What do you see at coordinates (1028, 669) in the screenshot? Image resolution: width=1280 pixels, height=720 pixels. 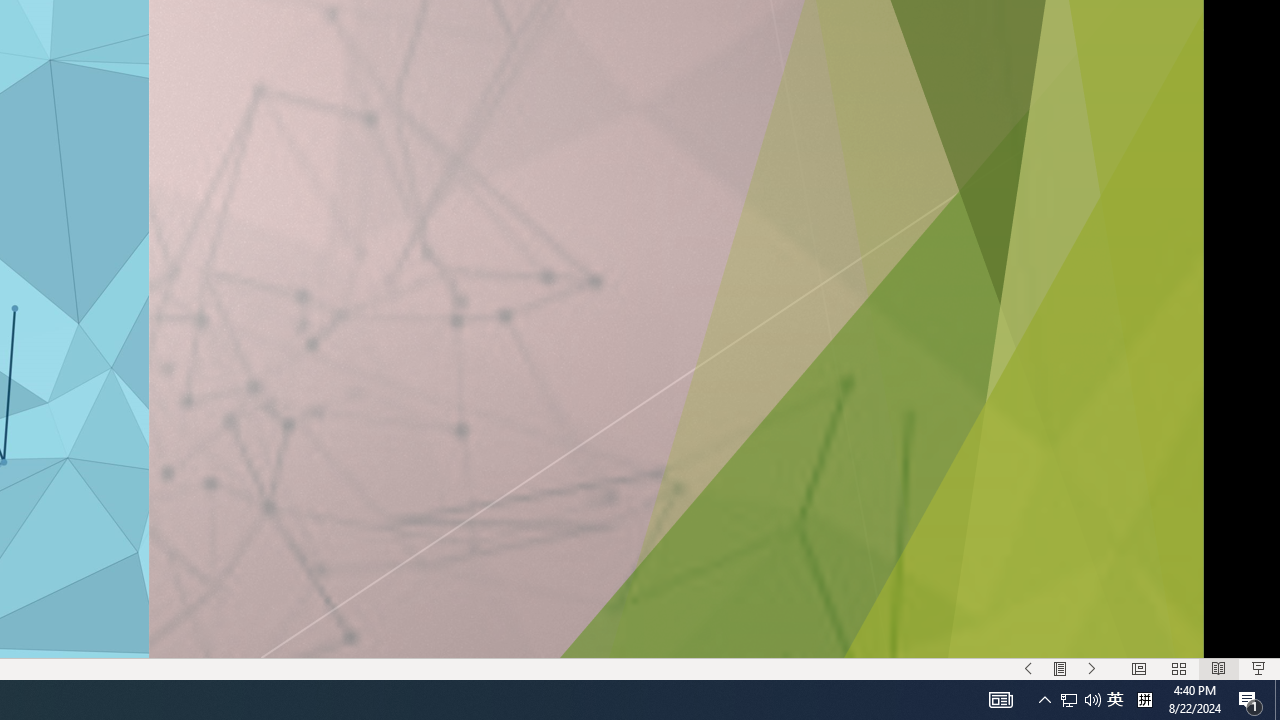 I see `'Slide Show Previous On'` at bounding box center [1028, 669].